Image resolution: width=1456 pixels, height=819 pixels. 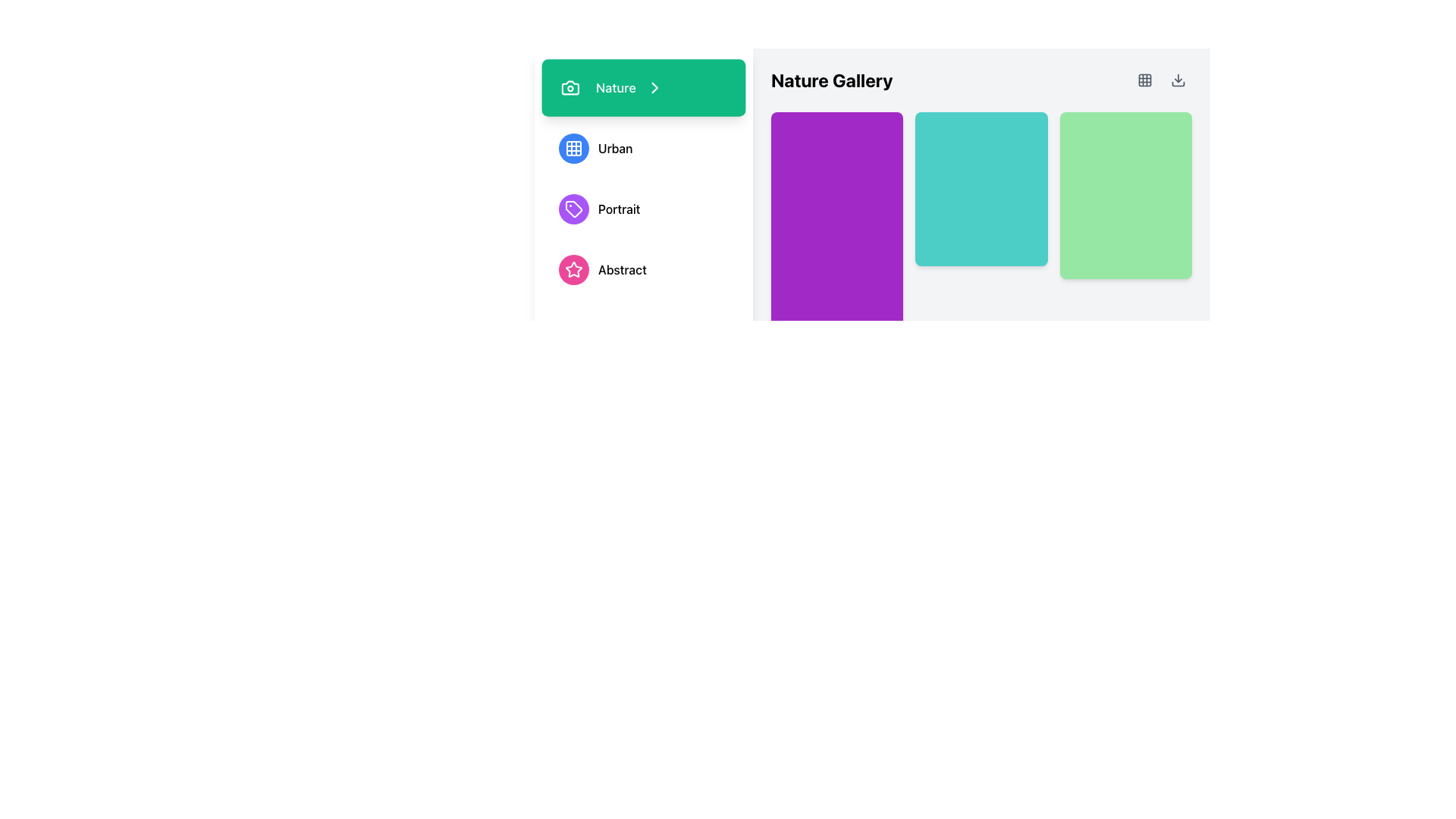 What do you see at coordinates (573, 268) in the screenshot?
I see `the pink star-shaped icon button located in the vertical menu on the left side, positioned below the 'Portrait' category and above the 'Nature' category` at bounding box center [573, 268].